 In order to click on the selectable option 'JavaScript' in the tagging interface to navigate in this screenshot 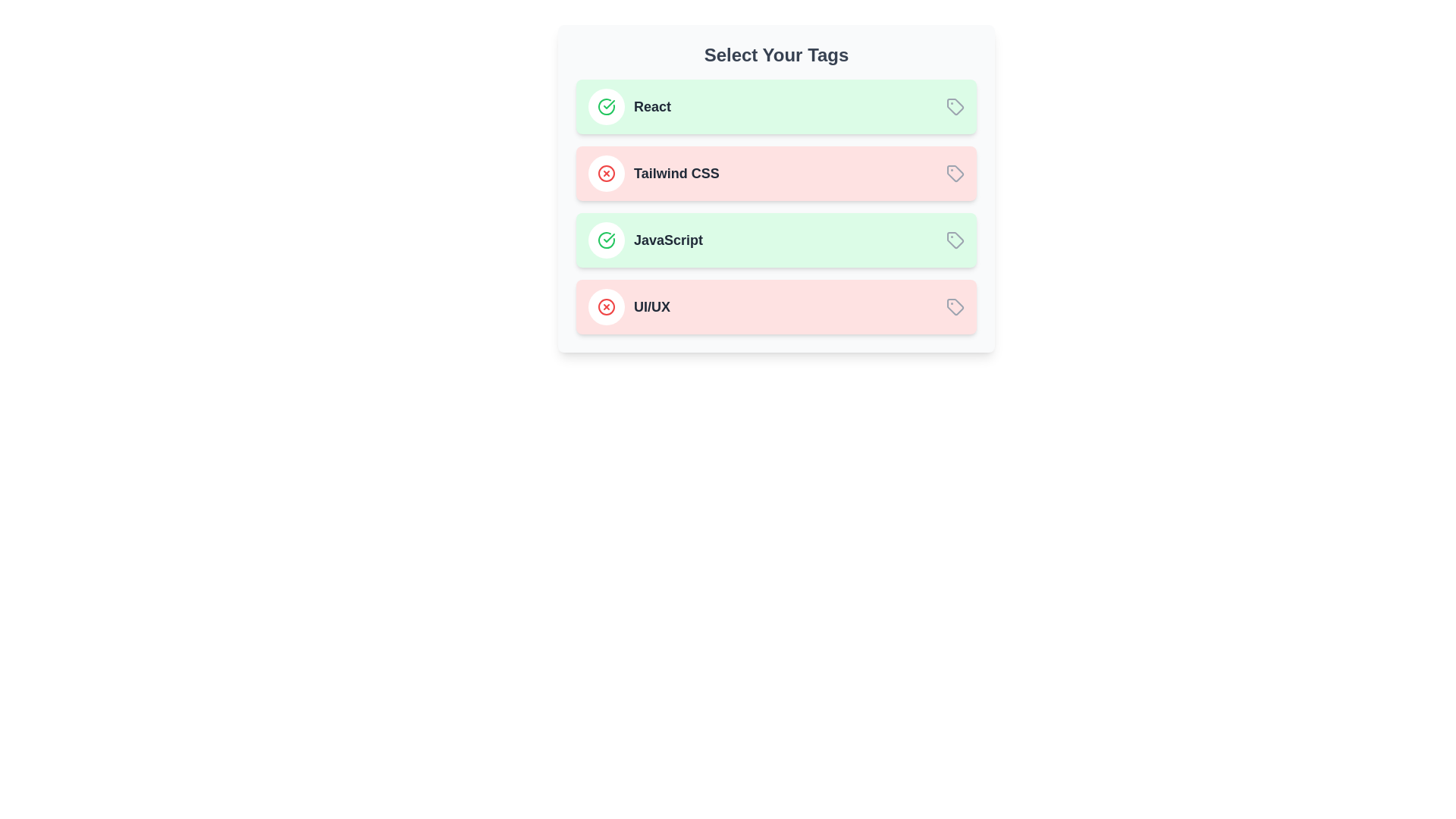, I will do `click(645, 239)`.